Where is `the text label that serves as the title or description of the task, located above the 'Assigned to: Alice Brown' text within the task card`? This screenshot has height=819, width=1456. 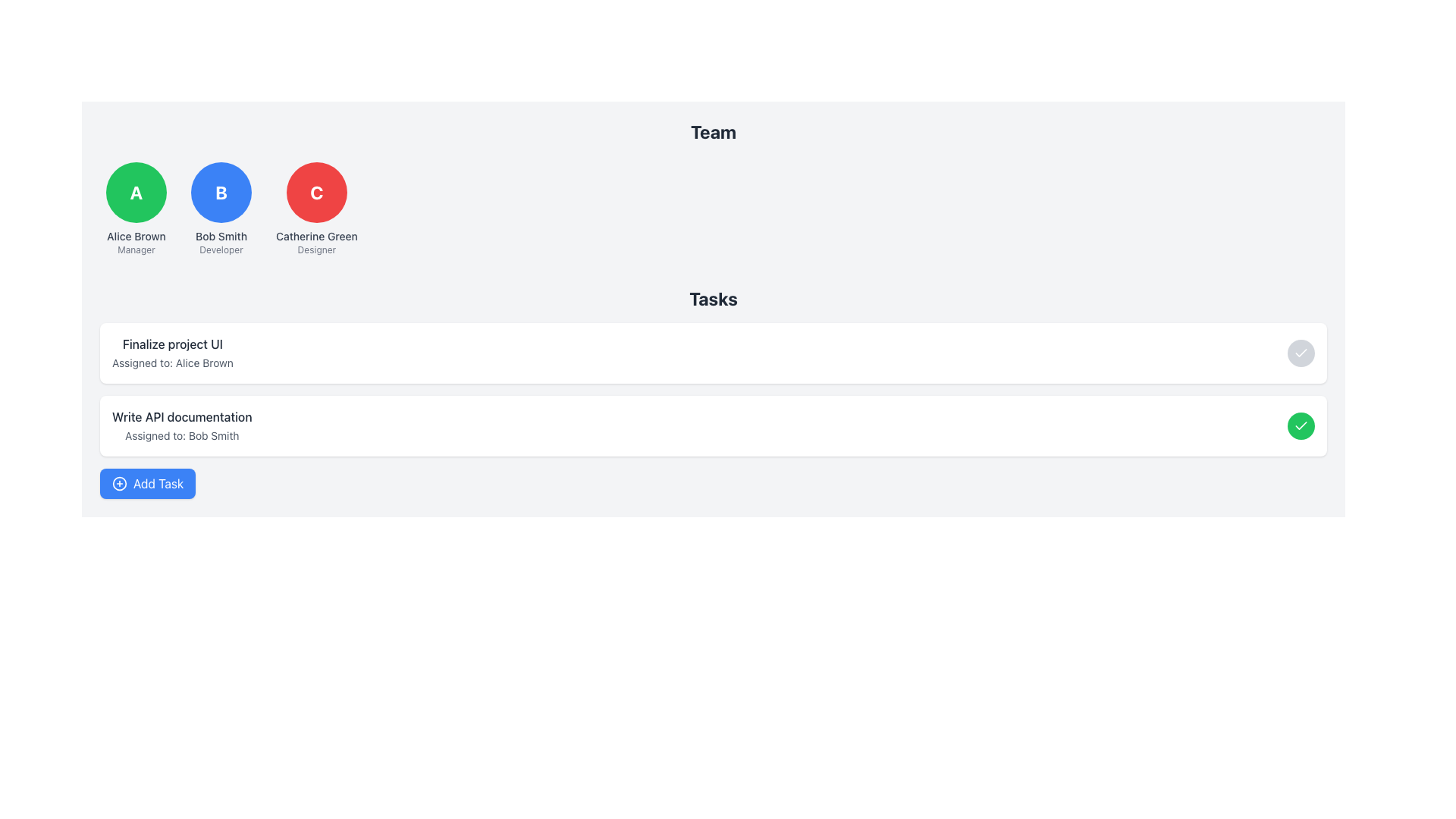 the text label that serves as the title or description of the task, located above the 'Assigned to: Alice Brown' text within the task card is located at coordinates (172, 344).